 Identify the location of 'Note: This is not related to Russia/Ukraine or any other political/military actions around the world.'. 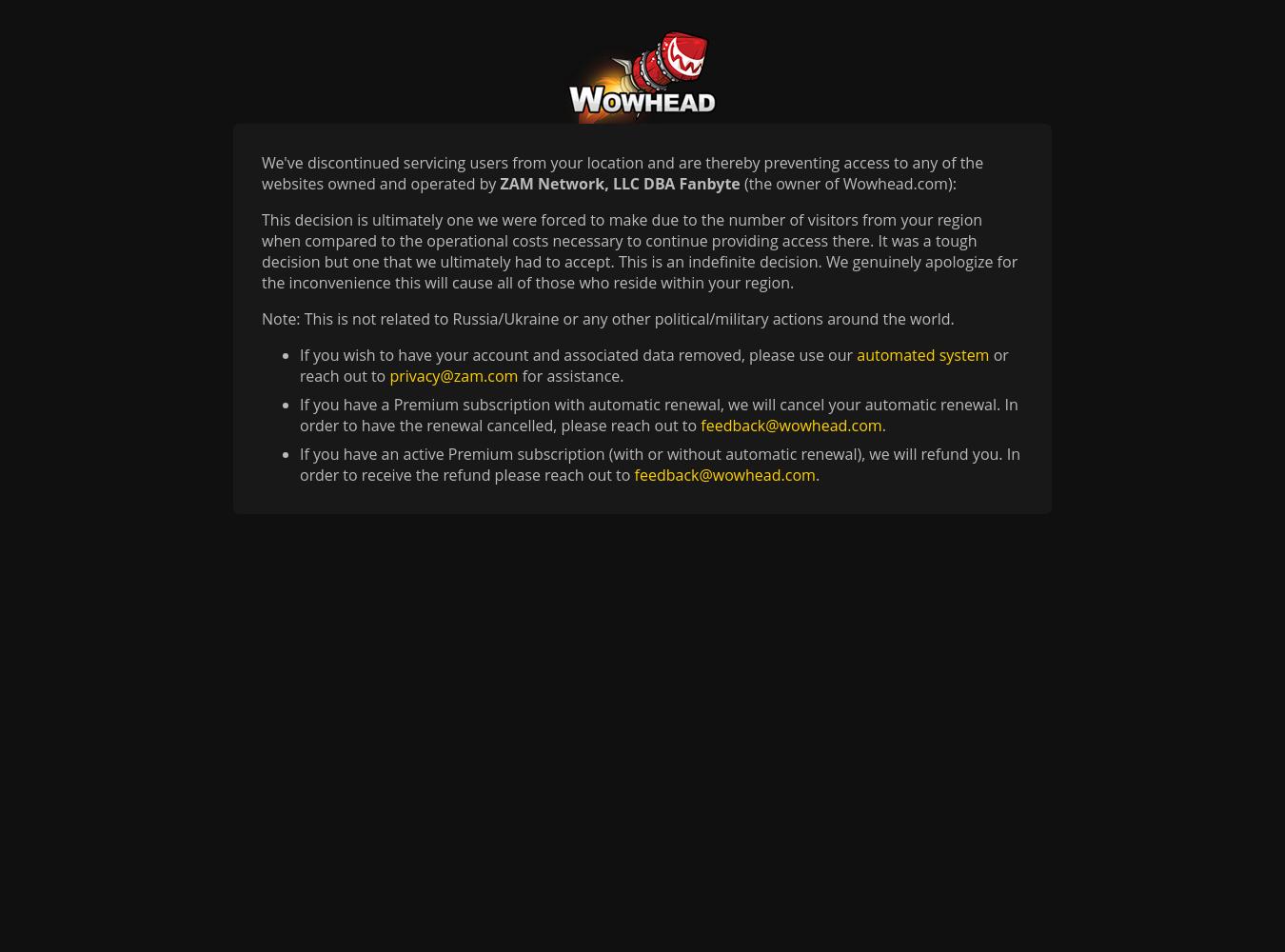
(607, 318).